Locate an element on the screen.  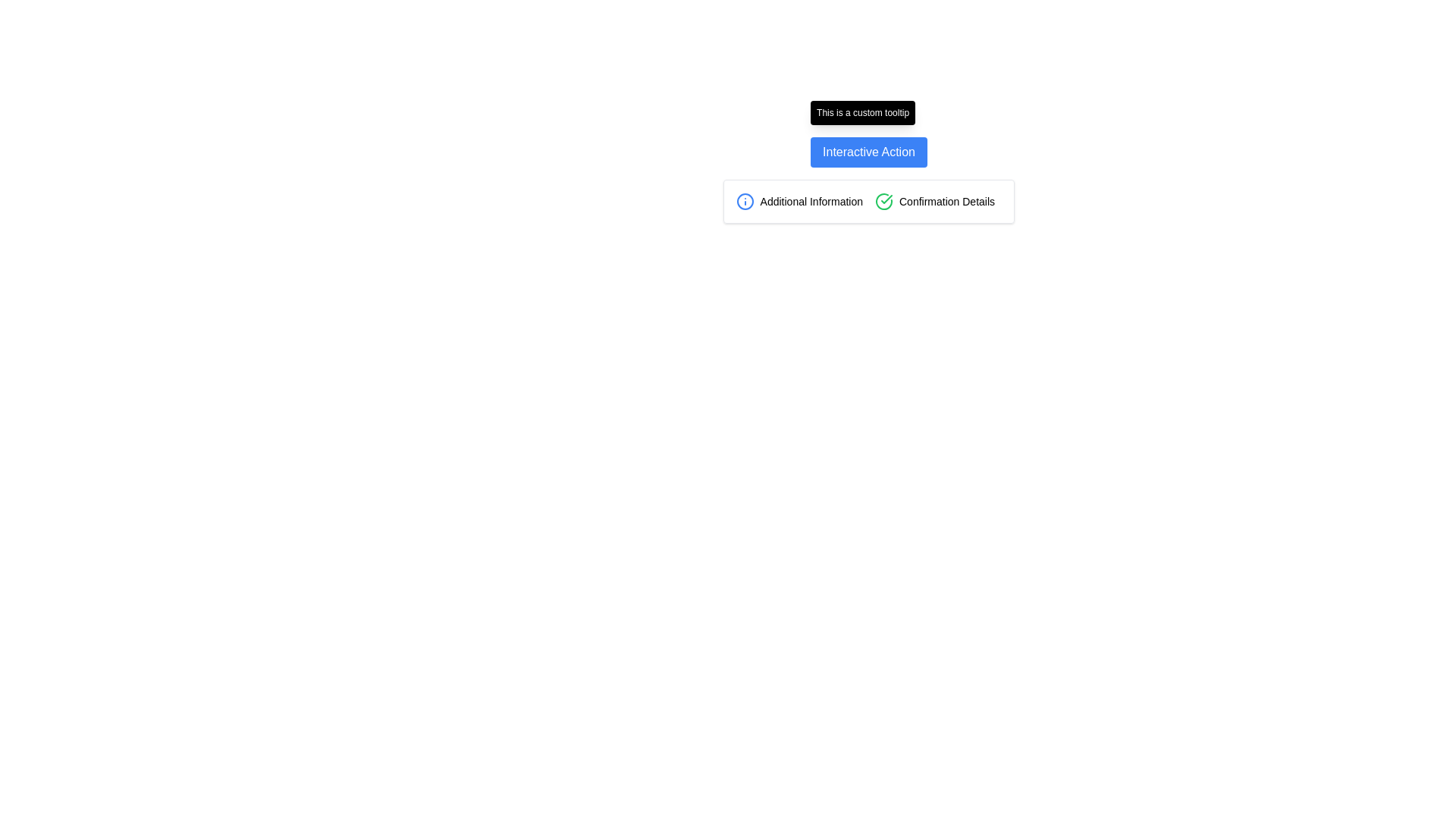
the left part of the green circular confirmation icon located to the right of 'Confirmation Details' is located at coordinates (884, 201).